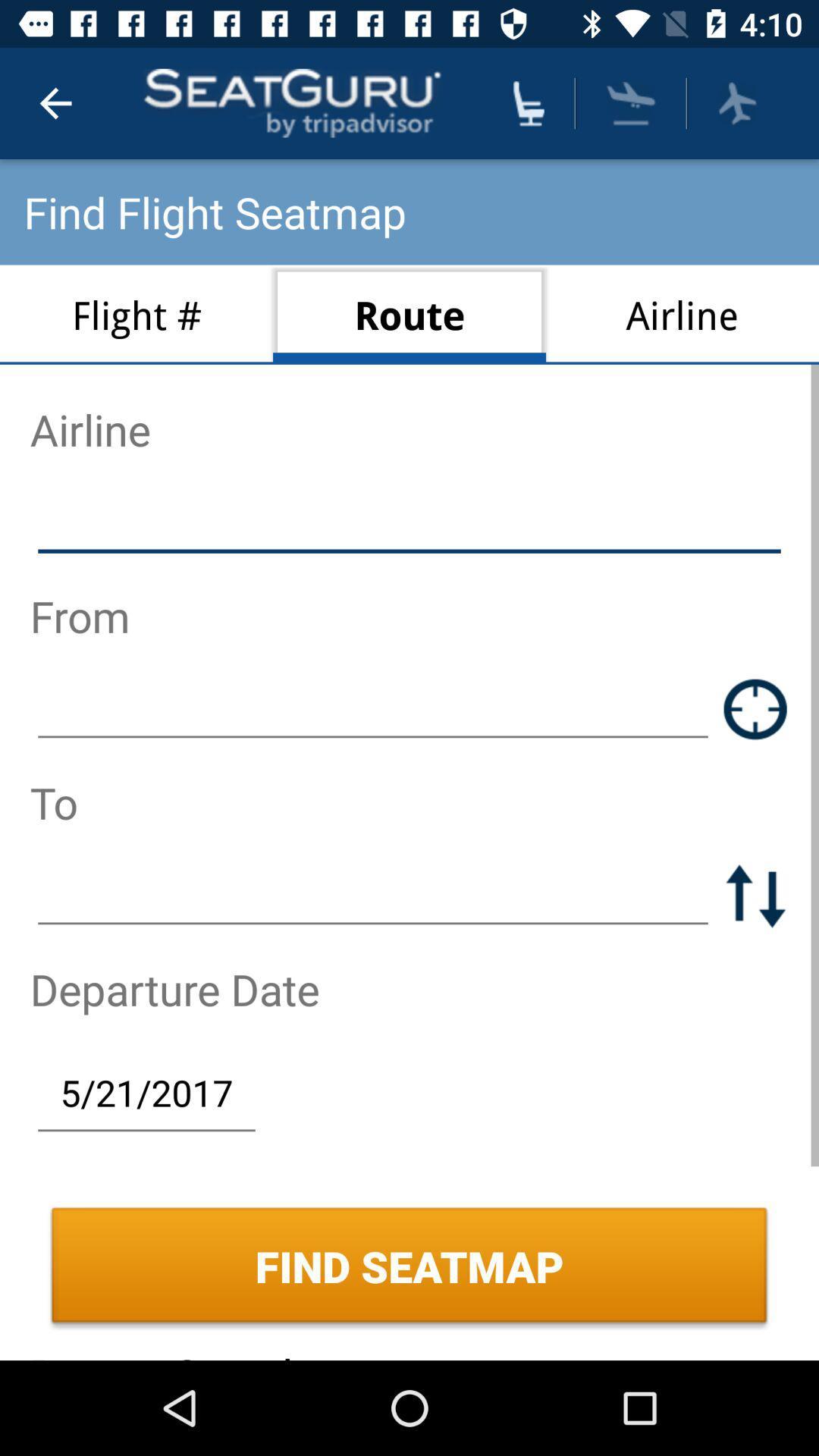 This screenshot has height=1456, width=819. What do you see at coordinates (755, 708) in the screenshot?
I see `the location_crosshair icon` at bounding box center [755, 708].